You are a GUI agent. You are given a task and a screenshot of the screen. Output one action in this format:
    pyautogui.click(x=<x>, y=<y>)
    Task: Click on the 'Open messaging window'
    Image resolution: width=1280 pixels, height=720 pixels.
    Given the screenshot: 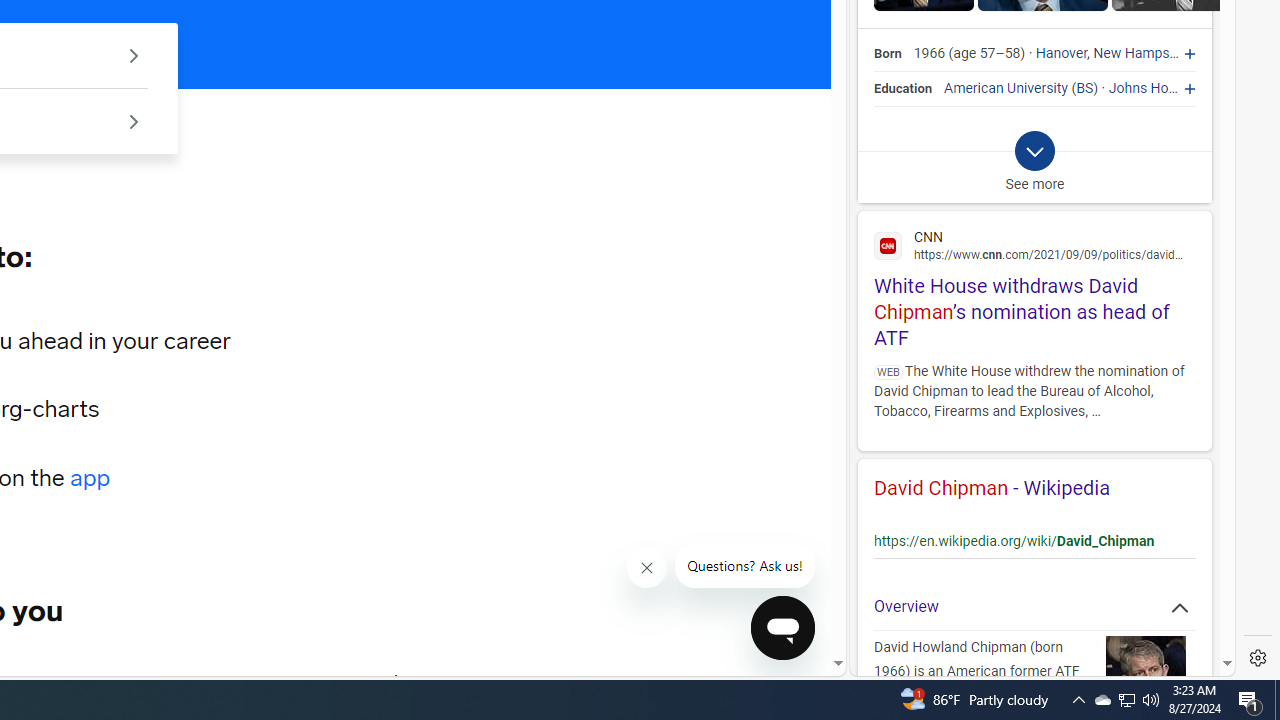 What is the action you would take?
    pyautogui.click(x=782, y=627)
    